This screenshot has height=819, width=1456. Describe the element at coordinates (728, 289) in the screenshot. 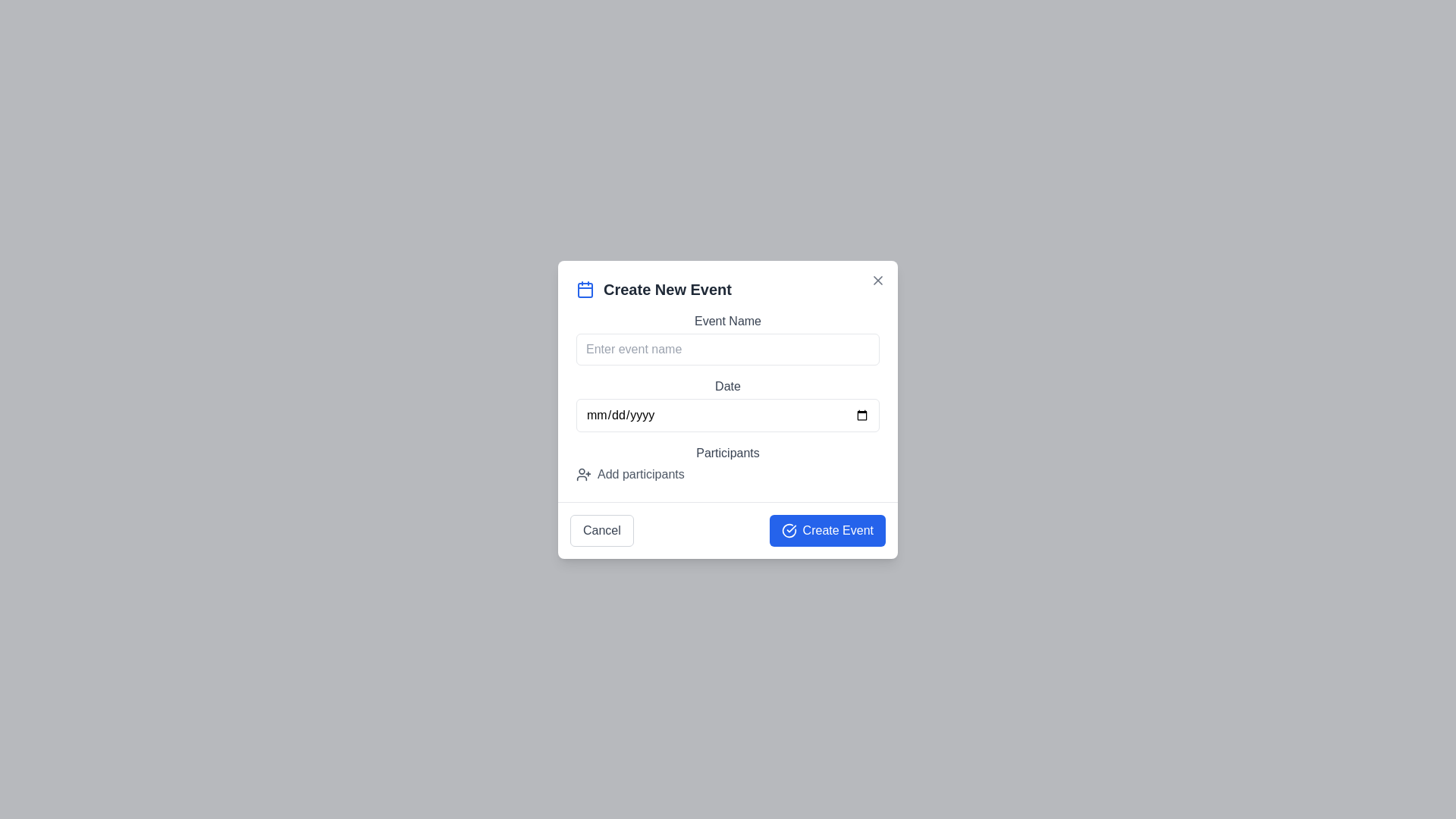

I see `the static label indicating the purpose of the form to create a new event, which is located at the top of the form layout above the event name and date selection fields` at that location.